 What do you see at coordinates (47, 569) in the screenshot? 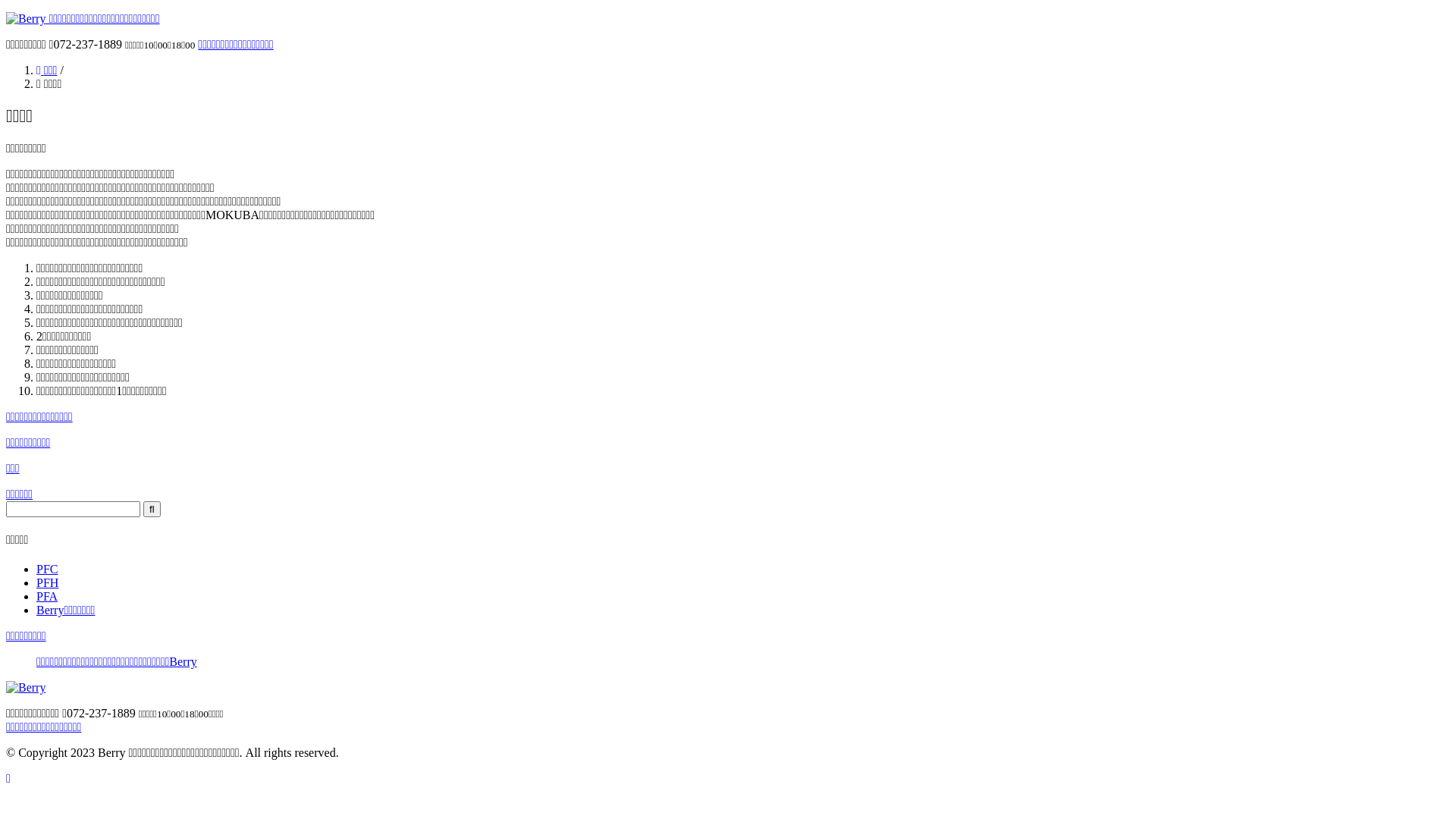
I see `'PFC'` at bounding box center [47, 569].